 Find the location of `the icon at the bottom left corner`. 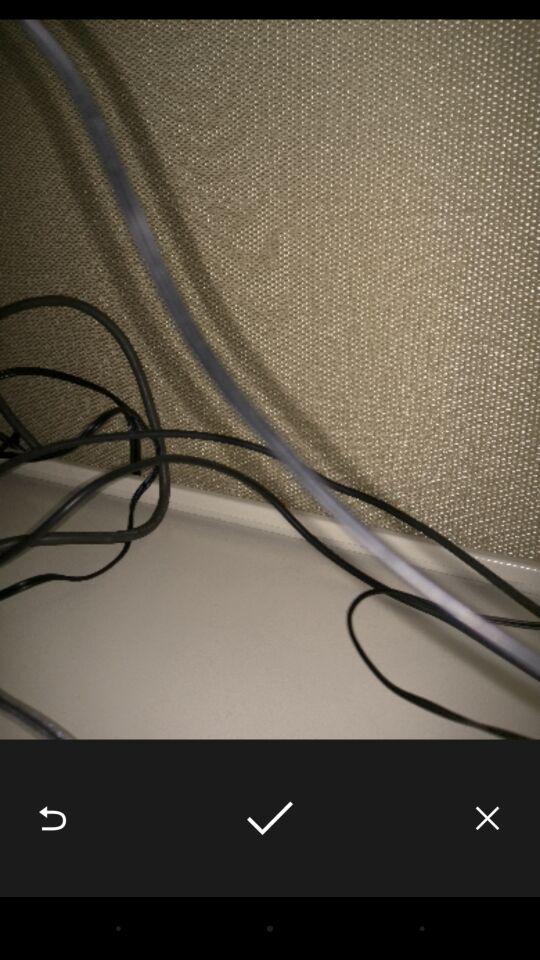

the icon at the bottom left corner is located at coordinates (52, 818).